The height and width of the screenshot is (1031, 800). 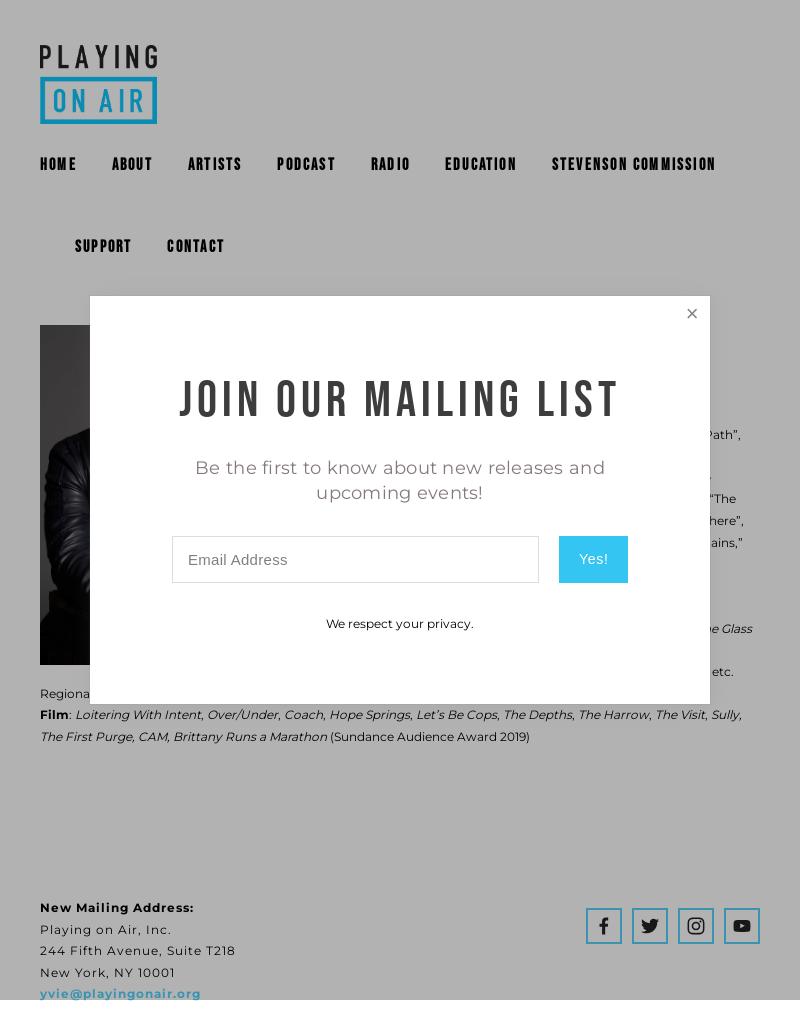 What do you see at coordinates (575, 671) in the screenshot?
I see `'Where We’re Born'` at bounding box center [575, 671].